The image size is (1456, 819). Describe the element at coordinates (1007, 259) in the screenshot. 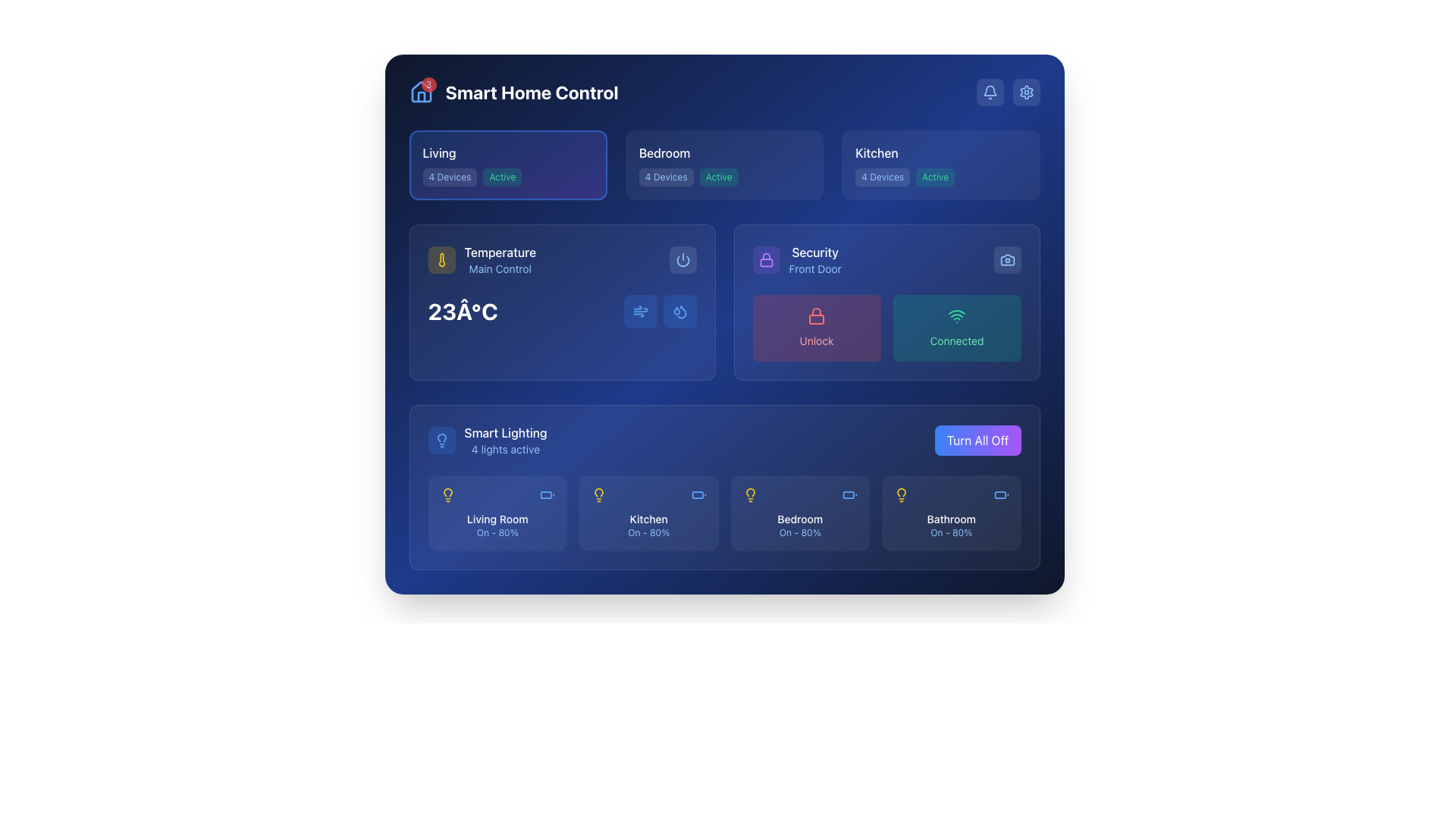

I see `the camera icon with a metallic blue outline located at the top-right of the 'Security' card module` at that location.